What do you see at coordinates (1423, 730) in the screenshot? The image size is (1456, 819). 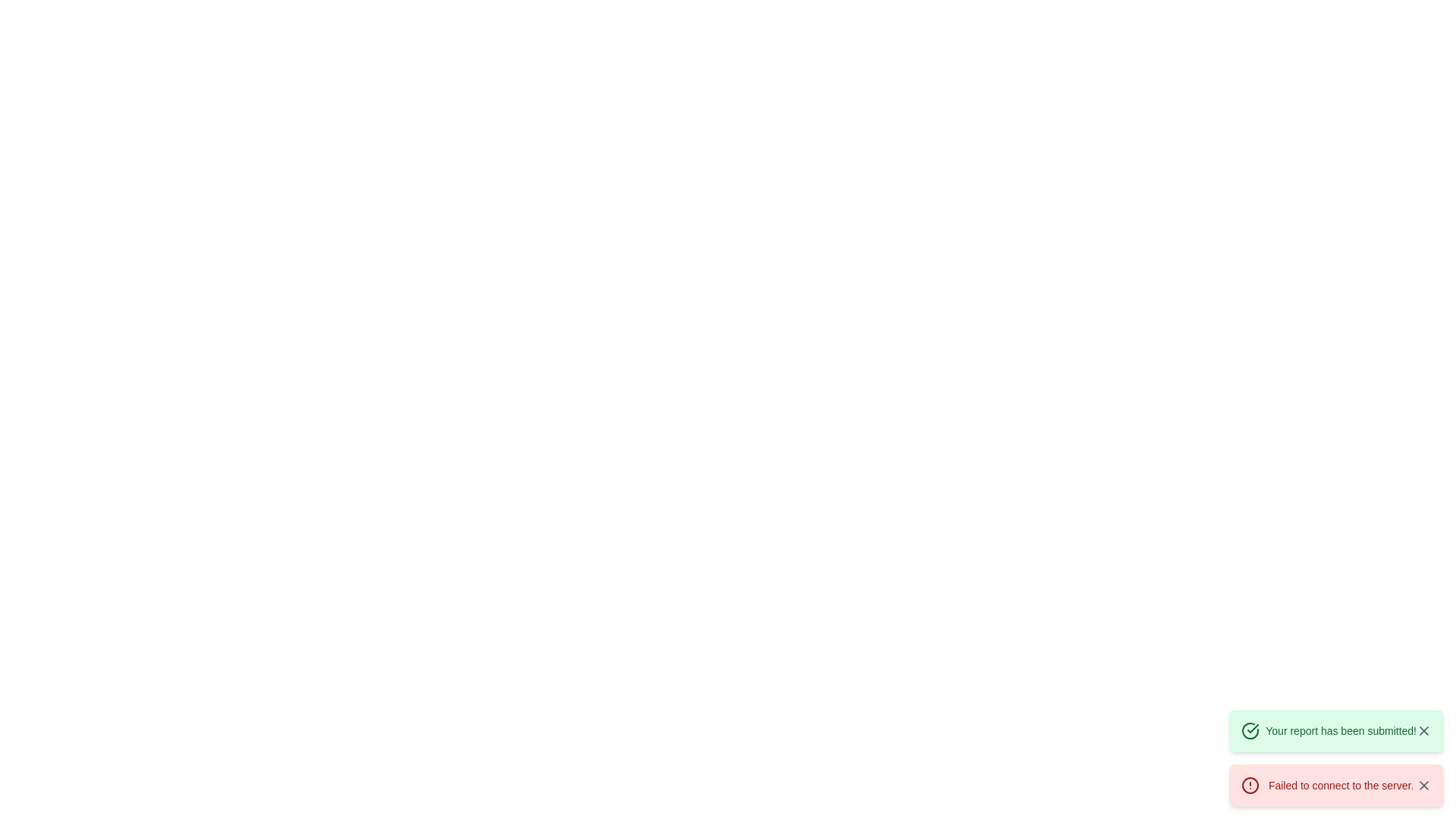 I see `the small 'X' icon located at the far-right side of the green notification box that contains the text 'Your report has been submitted!'` at bounding box center [1423, 730].